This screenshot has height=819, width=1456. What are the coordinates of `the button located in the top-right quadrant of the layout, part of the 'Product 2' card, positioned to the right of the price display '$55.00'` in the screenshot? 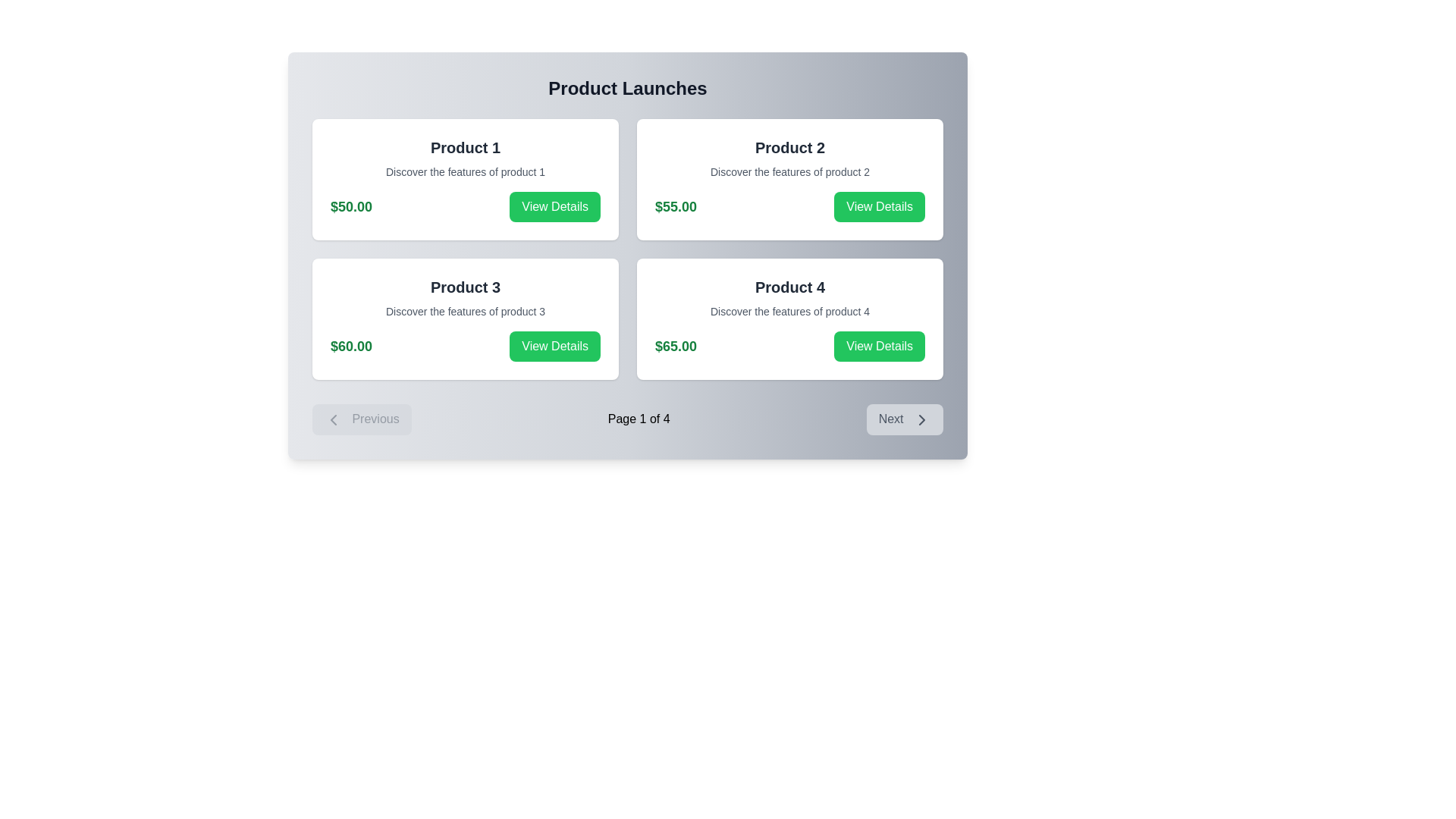 It's located at (880, 207).